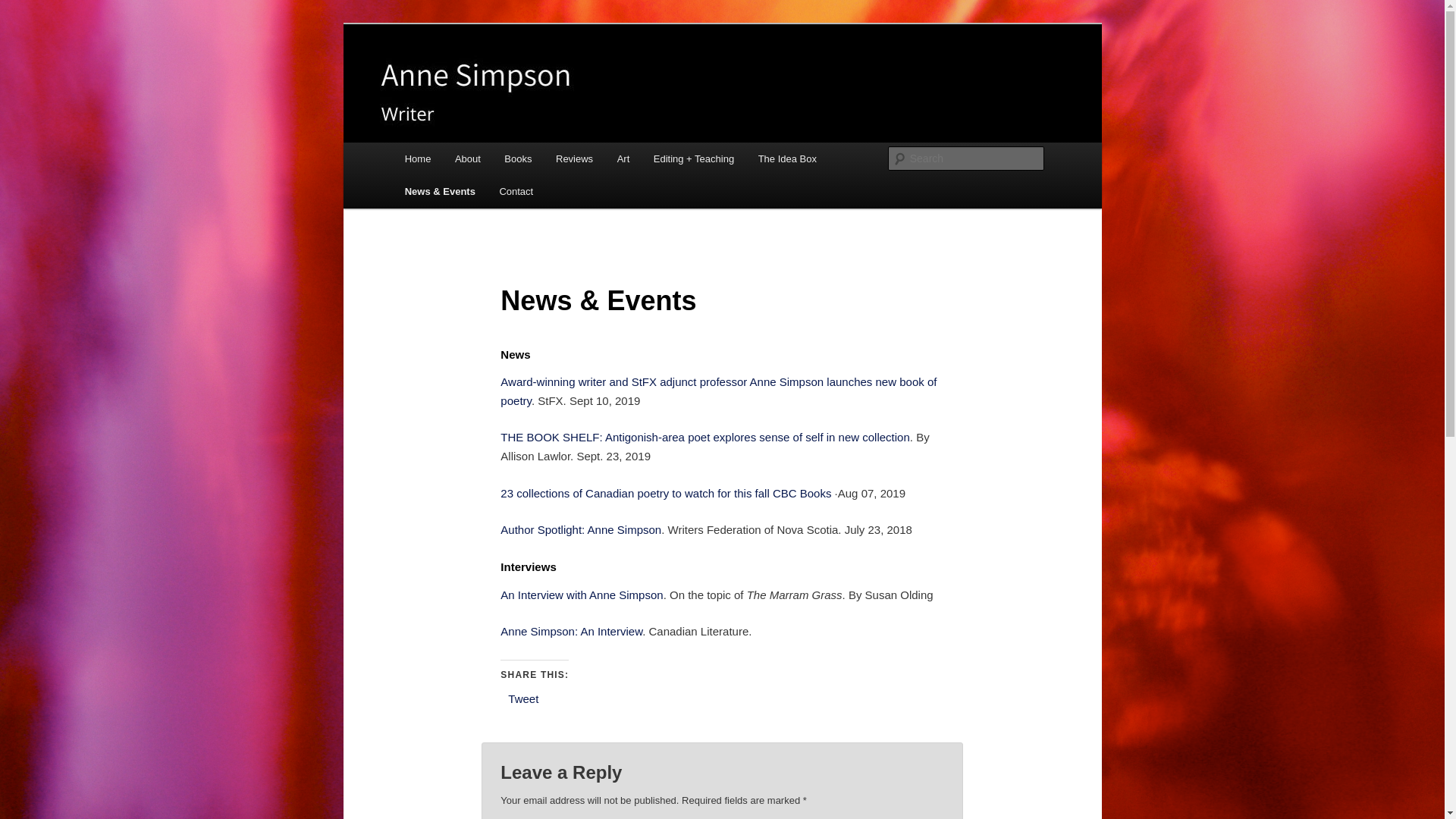  Describe the element at coordinates (393, 190) in the screenshot. I see `'News & Events'` at that location.